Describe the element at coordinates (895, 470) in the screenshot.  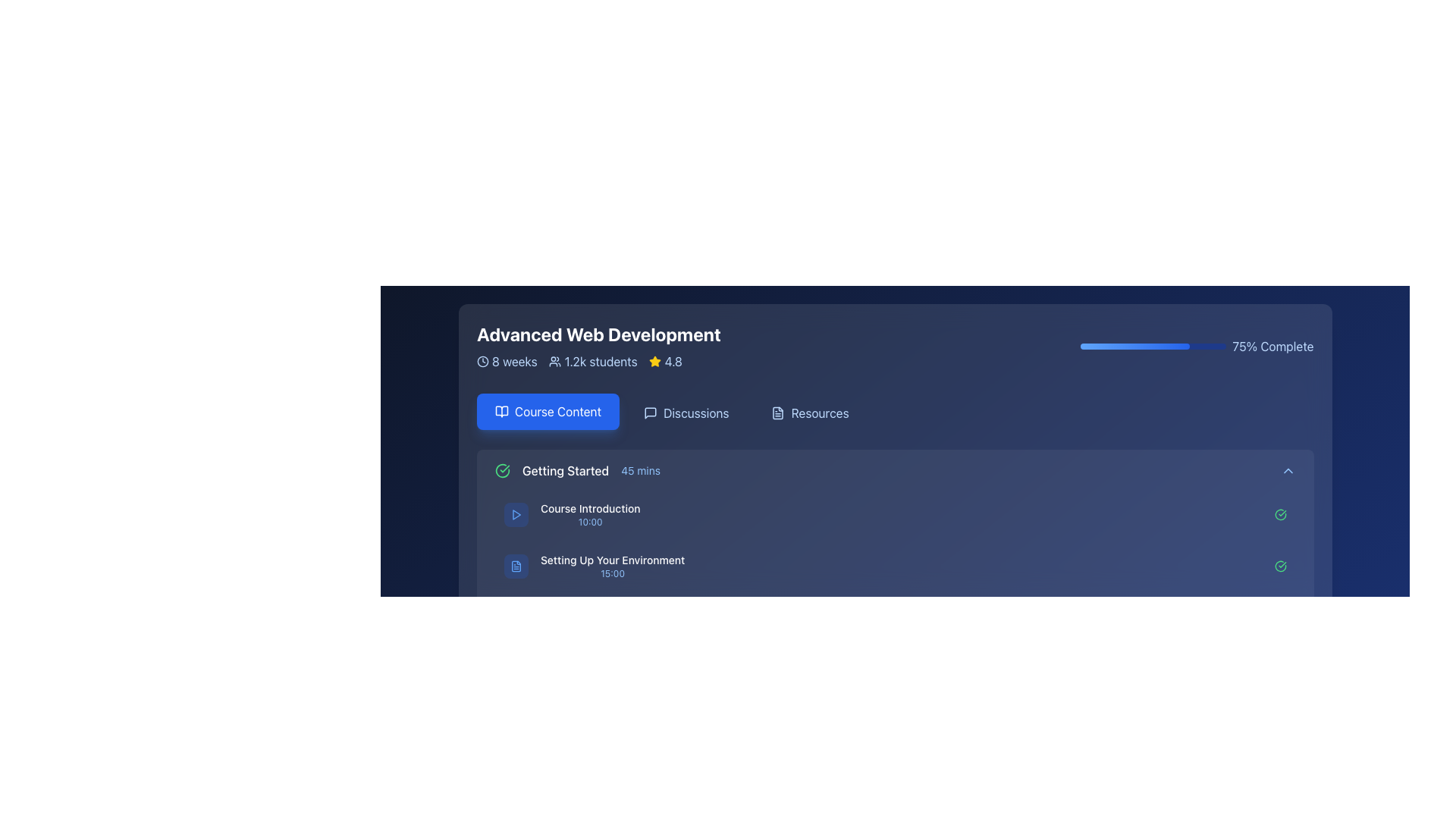
I see `the first item in the vertical list under the 'Course Content' tab` at that location.